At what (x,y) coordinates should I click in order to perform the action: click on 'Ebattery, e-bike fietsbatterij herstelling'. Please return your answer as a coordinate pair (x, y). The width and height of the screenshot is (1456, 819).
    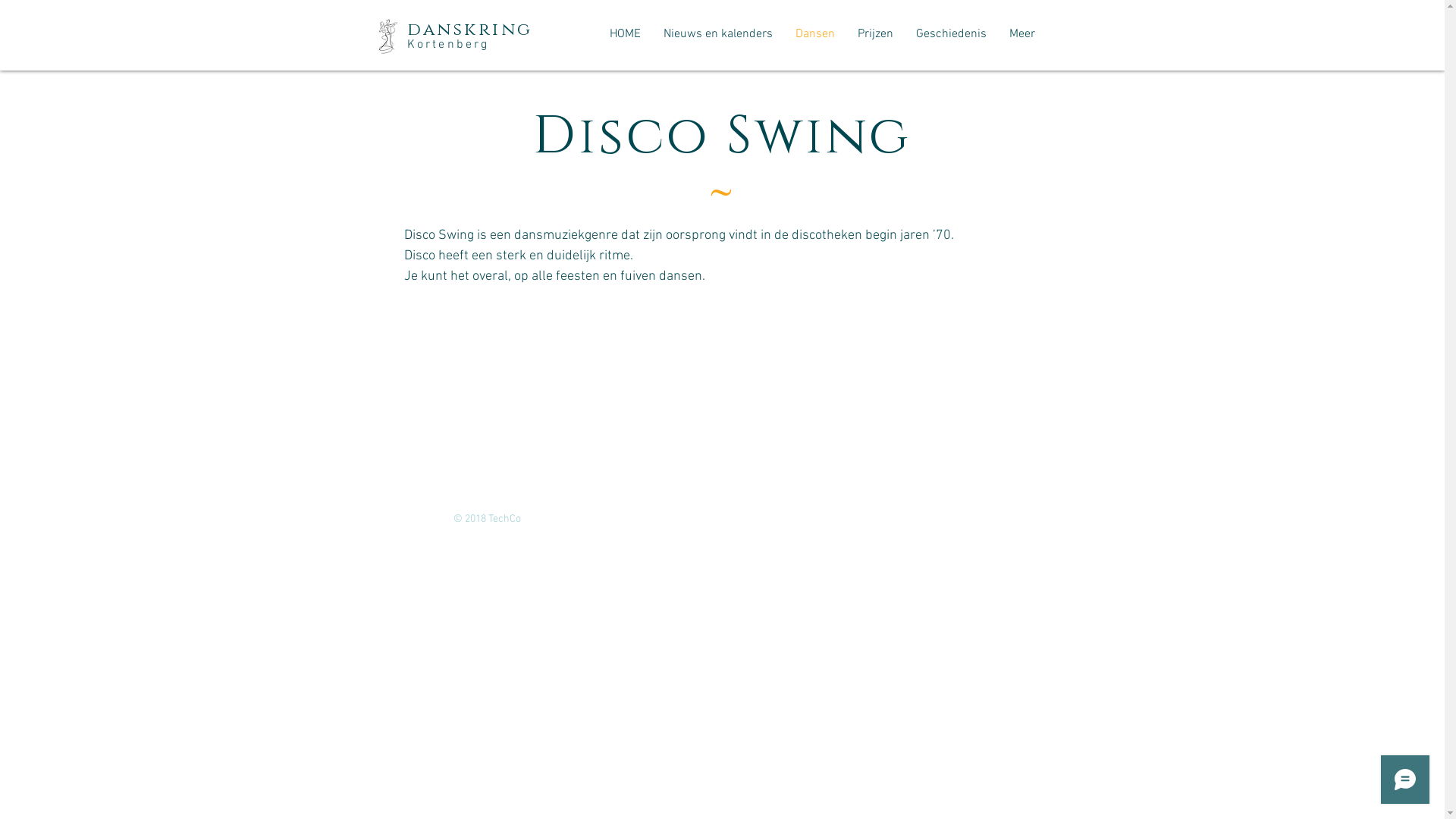
    Looking at the image, I should click on (764, 518).